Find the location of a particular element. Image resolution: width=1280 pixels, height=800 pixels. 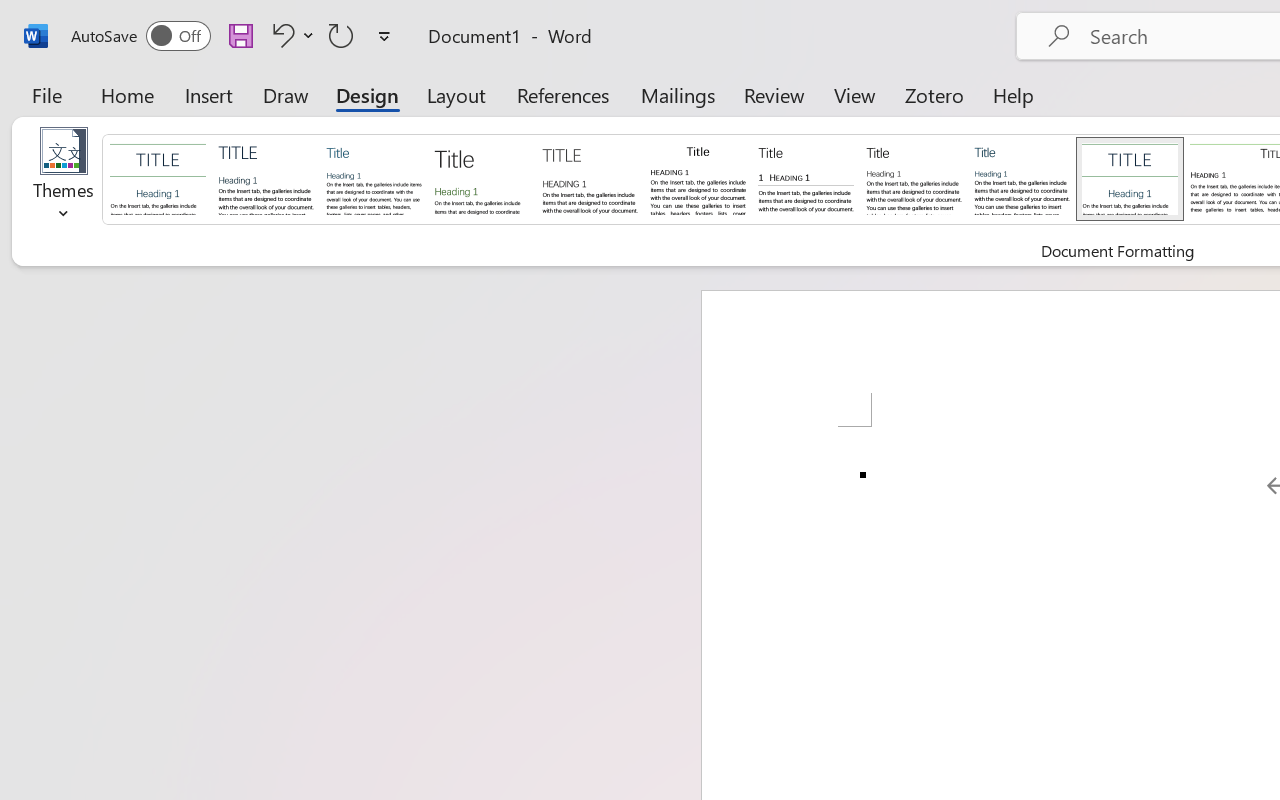

'Themes' is located at coordinates (64, 179).